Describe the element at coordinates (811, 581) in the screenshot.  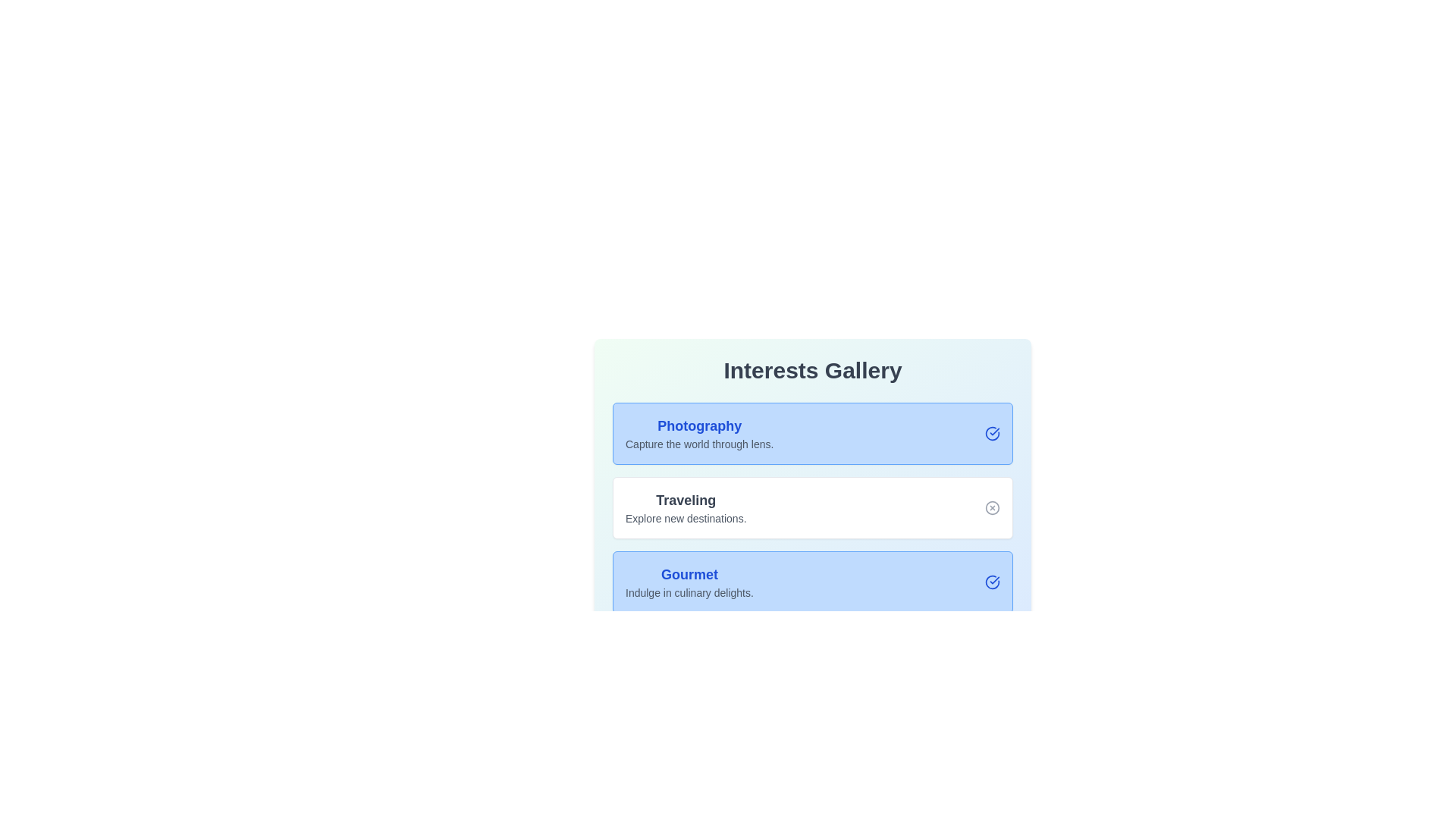
I see `the interest card labeled 'Gourmet' to toggle its activity state` at that location.